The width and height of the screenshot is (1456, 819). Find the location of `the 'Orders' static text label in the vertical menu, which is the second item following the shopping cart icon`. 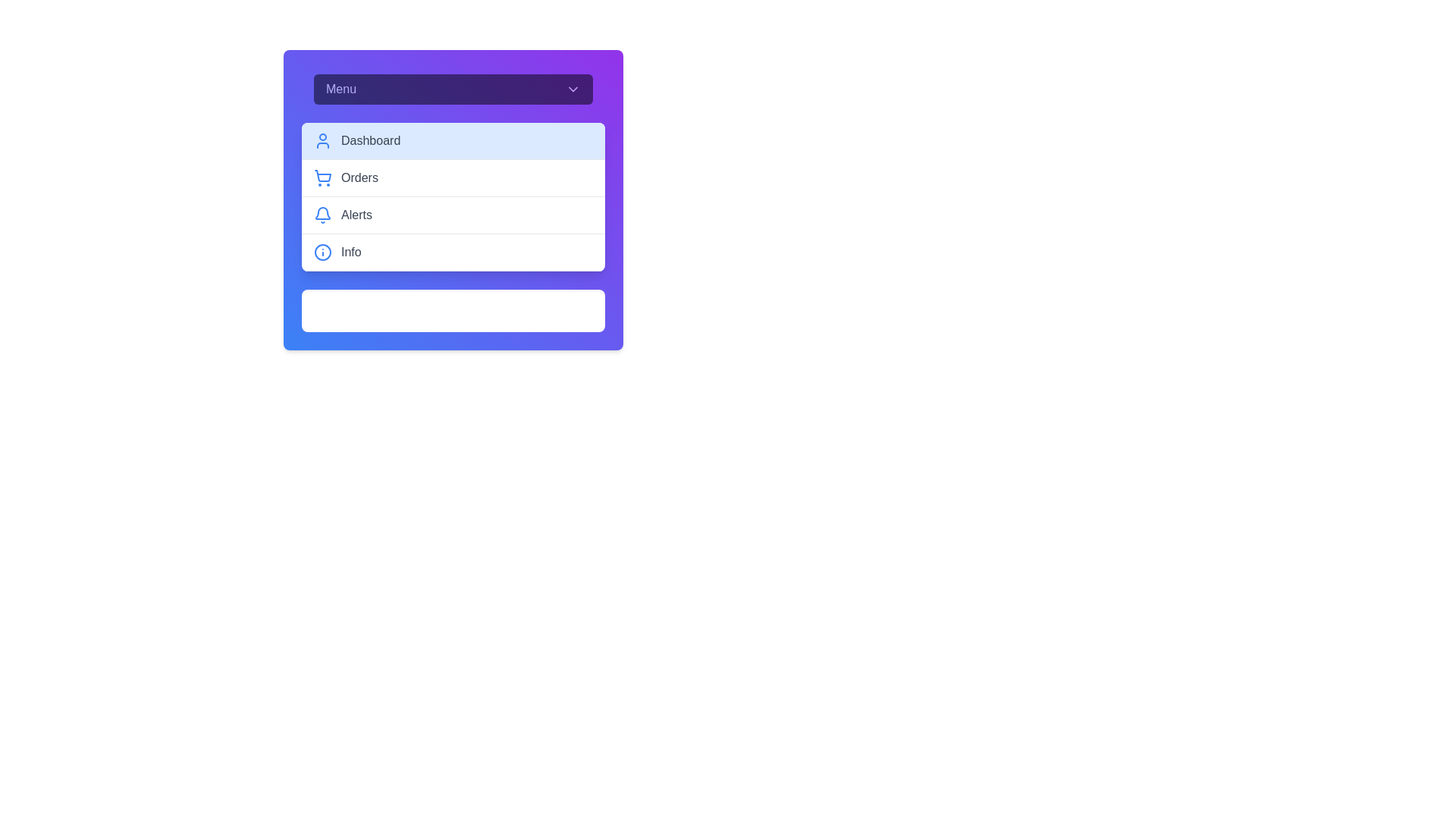

the 'Orders' static text label in the vertical menu, which is the second item following the shopping cart icon is located at coordinates (359, 177).